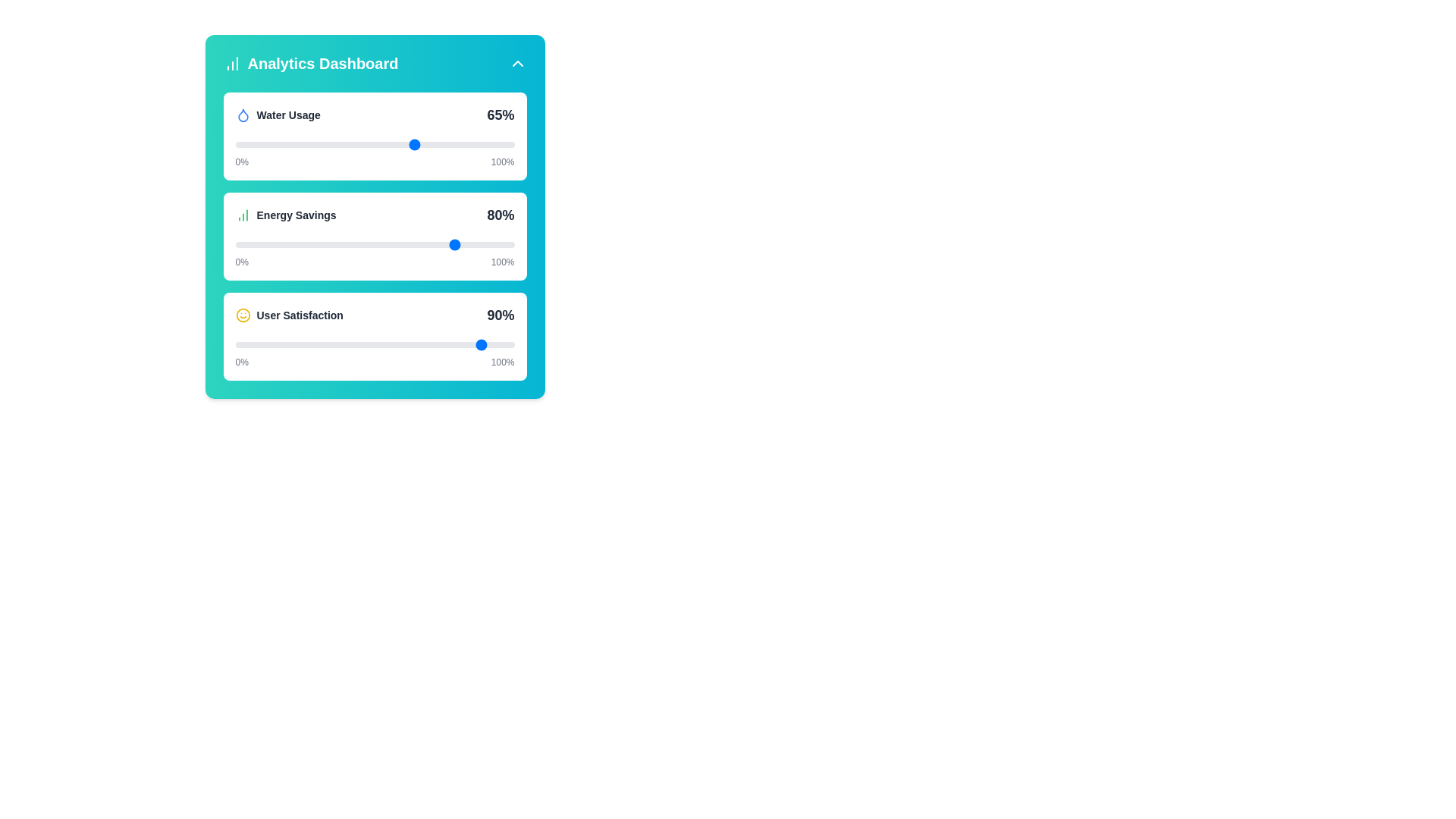  I want to click on the slider, so click(237, 244).